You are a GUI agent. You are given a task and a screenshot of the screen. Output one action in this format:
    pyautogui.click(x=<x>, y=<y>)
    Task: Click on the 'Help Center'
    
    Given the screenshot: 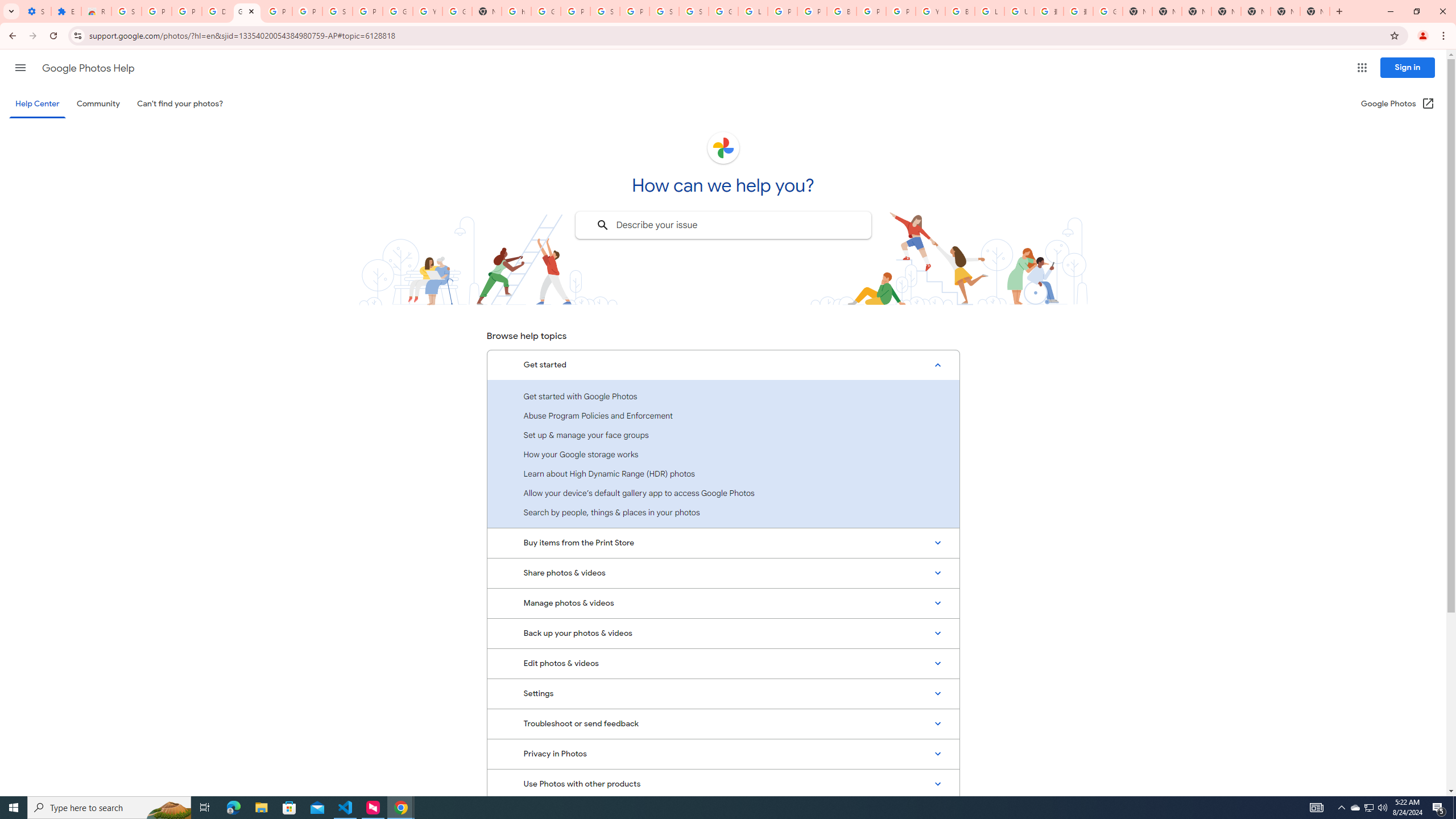 What is the action you would take?
    pyautogui.click(x=37, y=103)
    